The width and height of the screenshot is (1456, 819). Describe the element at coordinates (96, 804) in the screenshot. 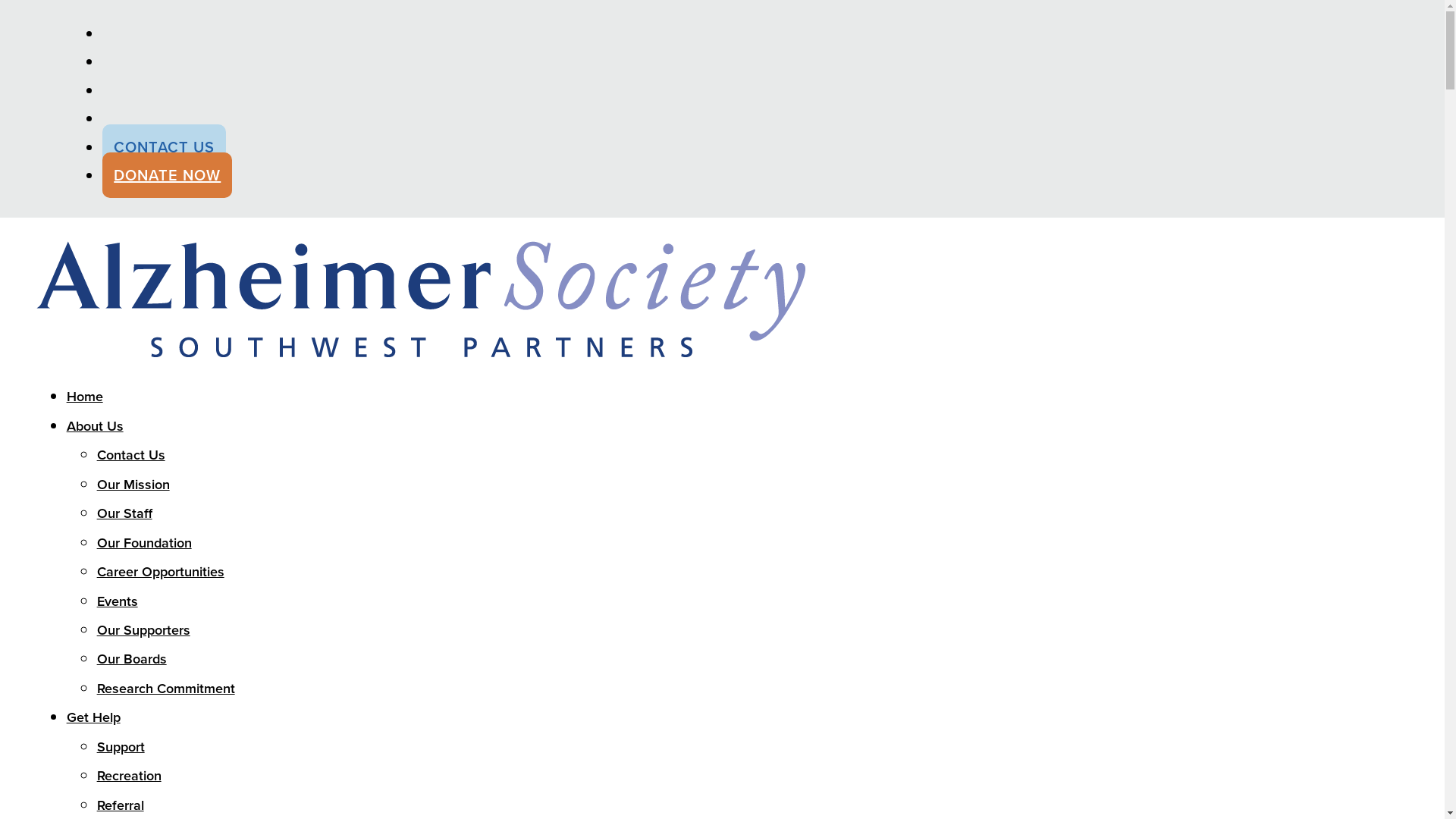

I see `'Referral'` at that location.